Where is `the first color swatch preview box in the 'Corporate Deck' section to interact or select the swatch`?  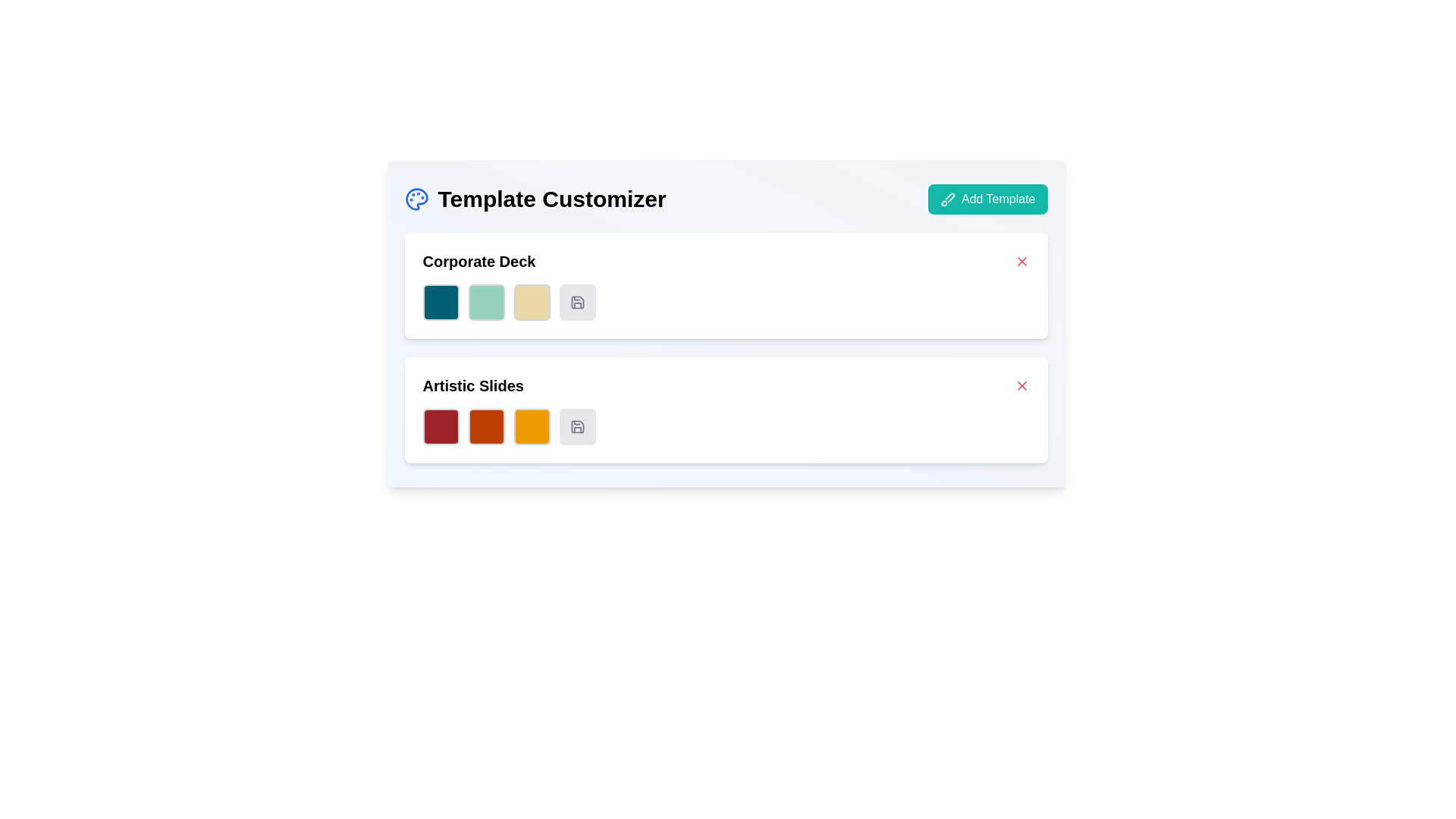 the first color swatch preview box in the 'Corporate Deck' section to interact or select the swatch is located at coordinates (440, 302).